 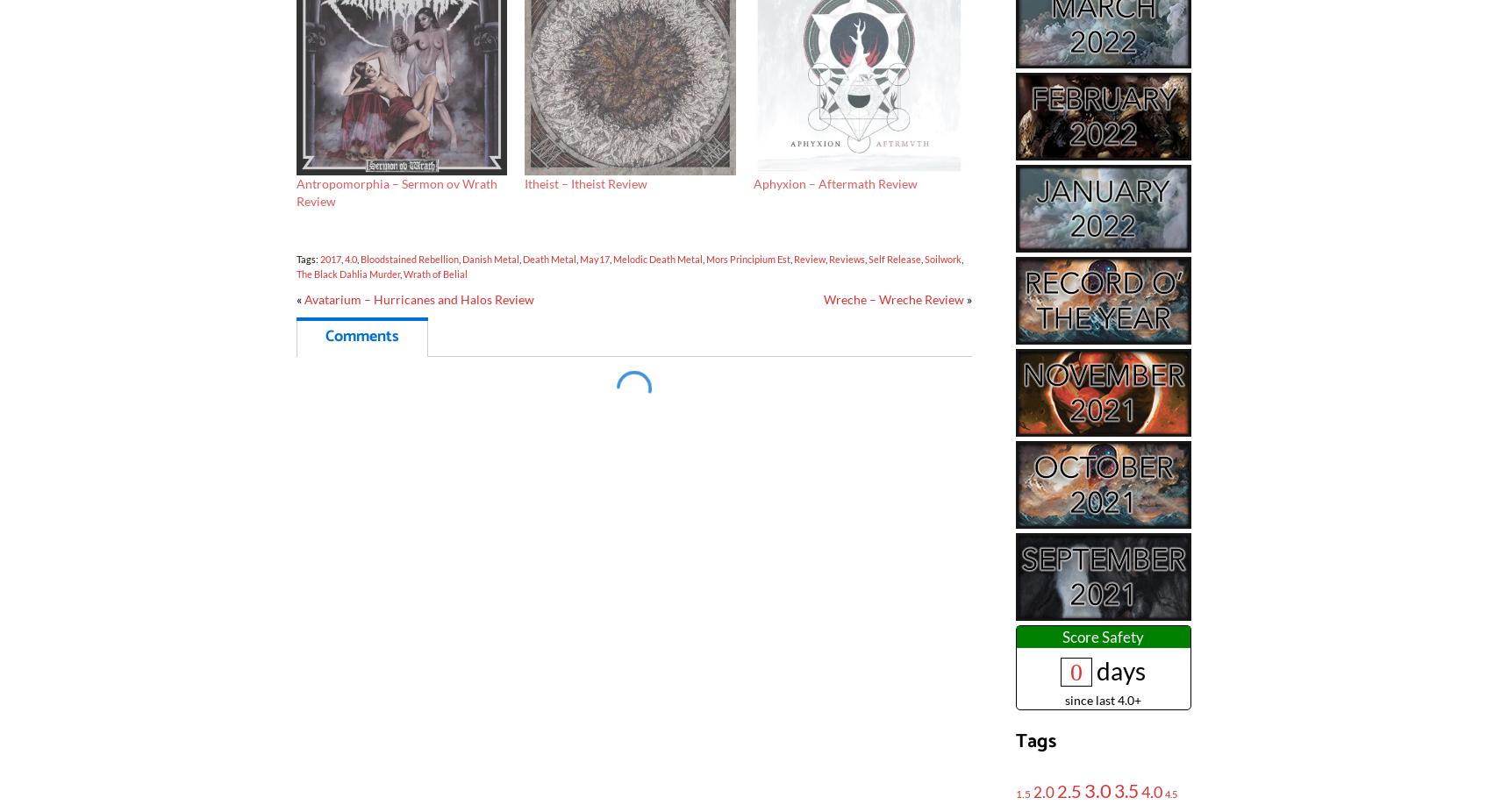 I want to click on 'Wreche – Wreche Review', so click(x=892, y=299).